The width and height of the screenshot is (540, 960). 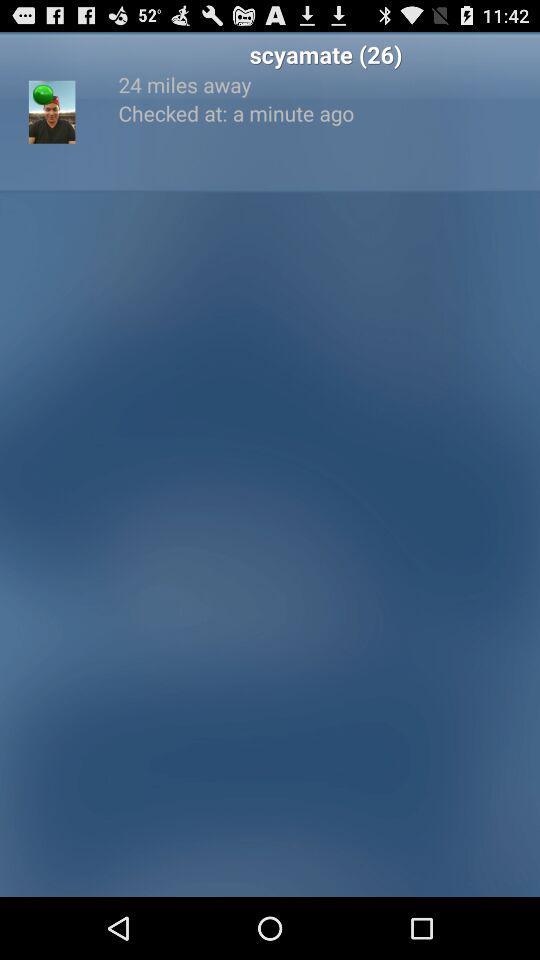 What do you see at coordinates (325, 53) in the screenshot?
I see `scyamate (26) item` at bounding box center [325, 53].